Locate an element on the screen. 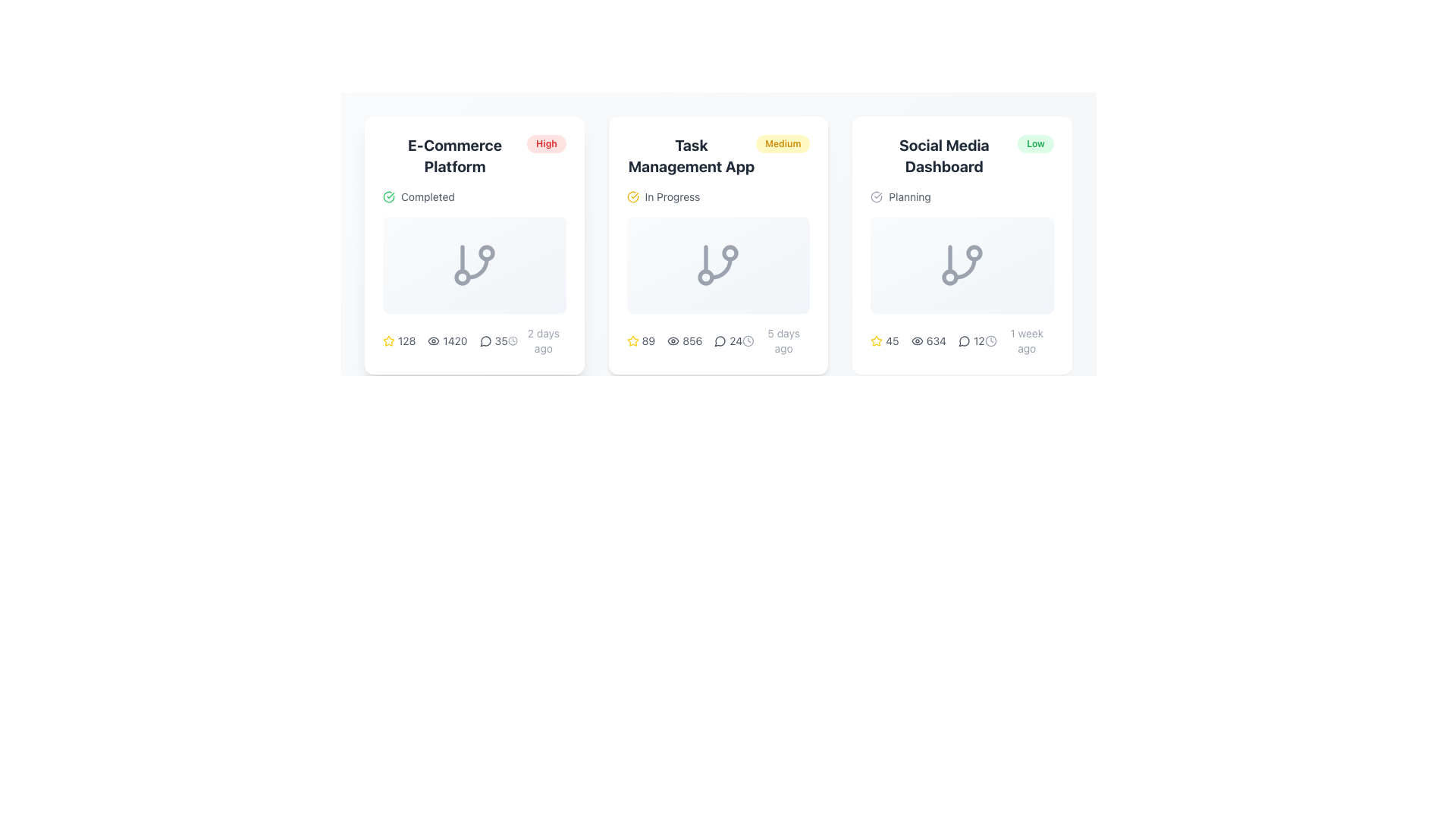  the circular message bubble icon in the bottom right corner of the 'Social Media Dashboard' card is located at coordinates (964, 341).